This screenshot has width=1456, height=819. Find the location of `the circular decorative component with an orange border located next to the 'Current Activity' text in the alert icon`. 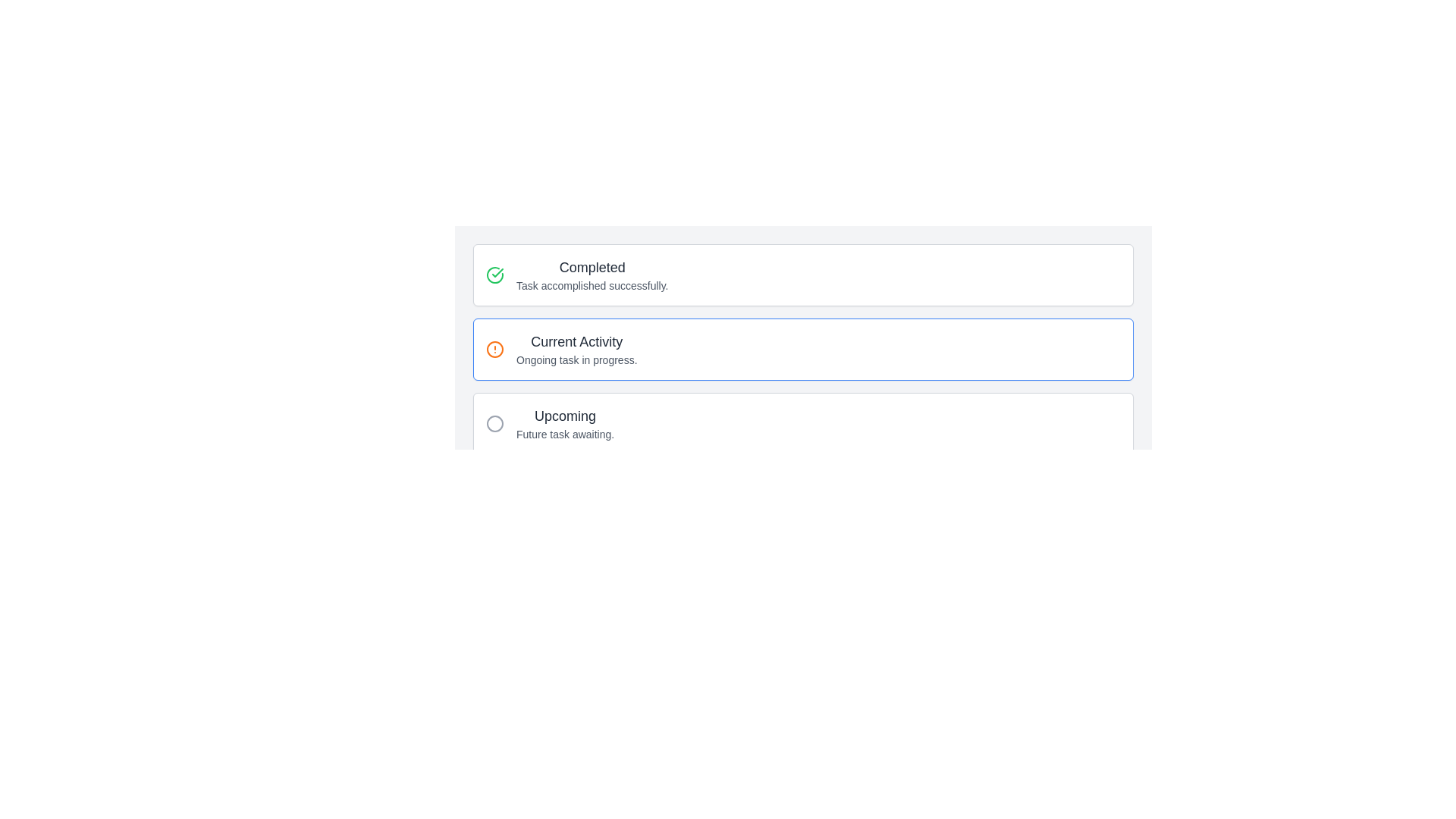

the circular decorative component with an orange border located next to the 'Current Activity' text in the alert icon is located at coordinates (494, 350).